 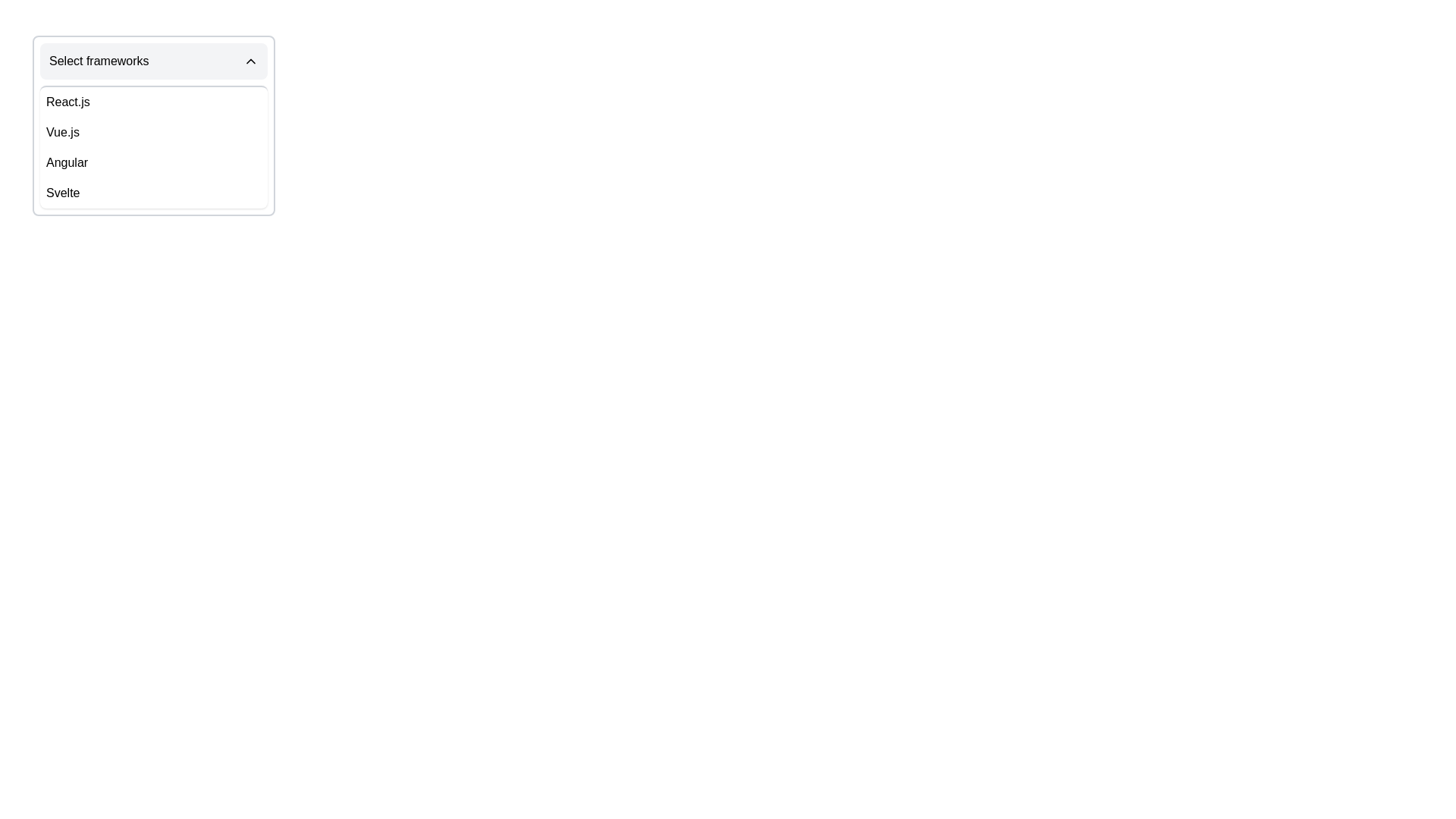 I want to click on the dropdown menu item displaying 'Angular', so click(x=66, y=163).